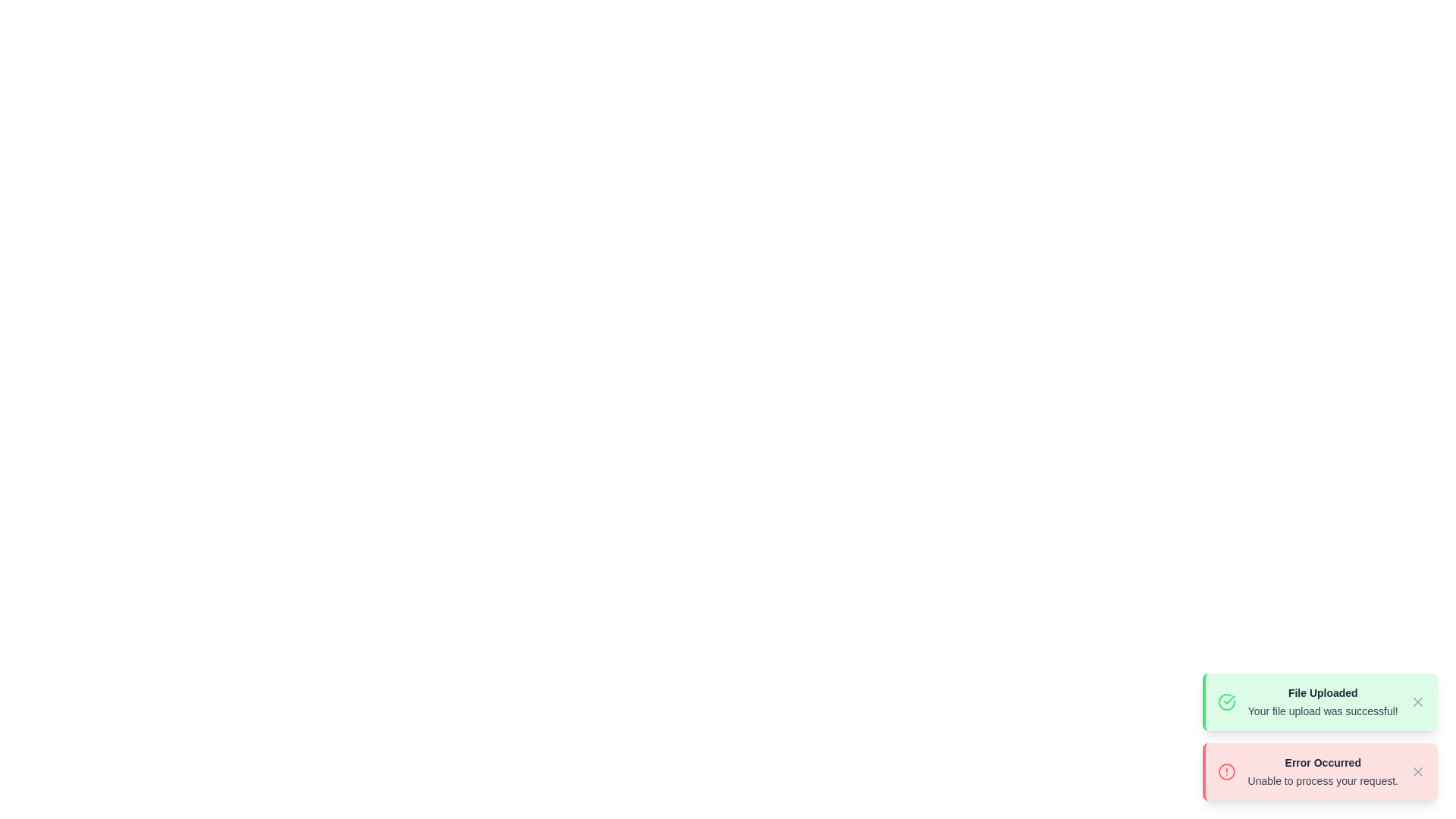 The width and height of the screenshot is (1456, 819). What do you see at coordinates (1226, 701) in the screenshot?
I see `the visual indicator icon representing a completed or successful action located at the leftmost part of the notification panel for 'File Uploaded'` at bounding box center [1226, 701].